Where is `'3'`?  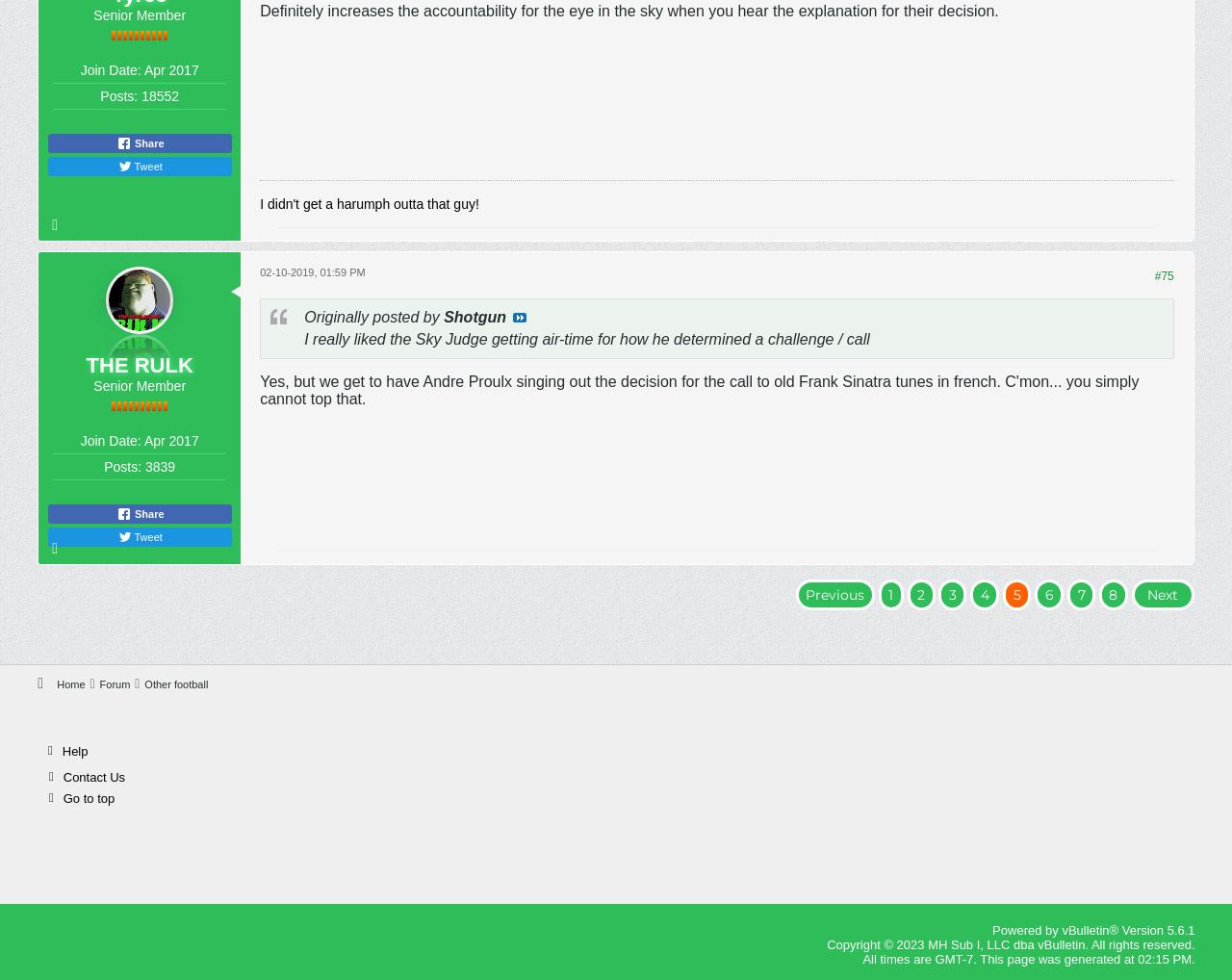
'3' is located at coordinates (952, 593).